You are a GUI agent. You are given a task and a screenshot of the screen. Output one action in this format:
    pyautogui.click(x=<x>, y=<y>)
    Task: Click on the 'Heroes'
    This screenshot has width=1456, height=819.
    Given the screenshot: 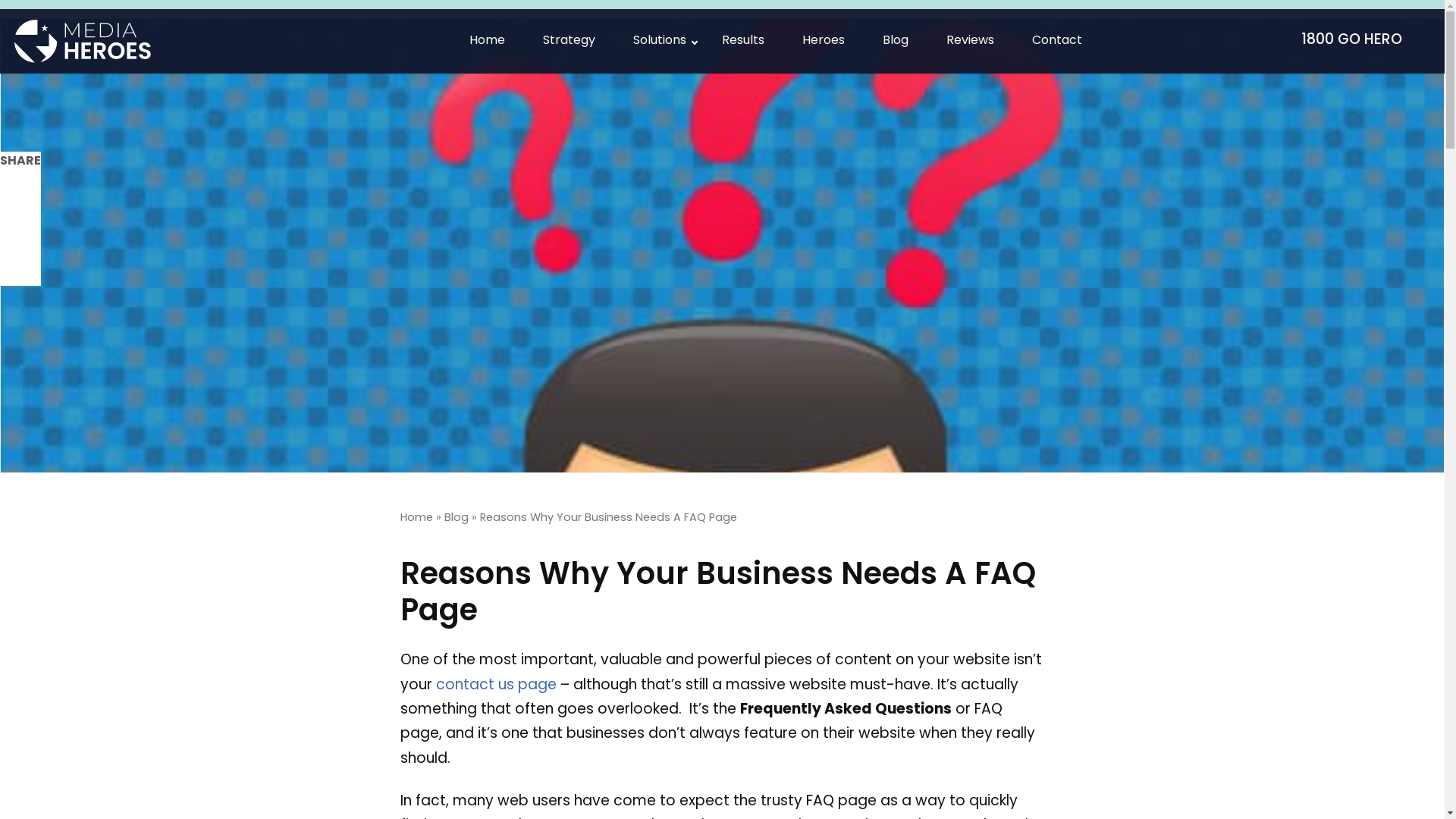 What is the action you would take?
    pyautogui.click(x=822, y=40)
    